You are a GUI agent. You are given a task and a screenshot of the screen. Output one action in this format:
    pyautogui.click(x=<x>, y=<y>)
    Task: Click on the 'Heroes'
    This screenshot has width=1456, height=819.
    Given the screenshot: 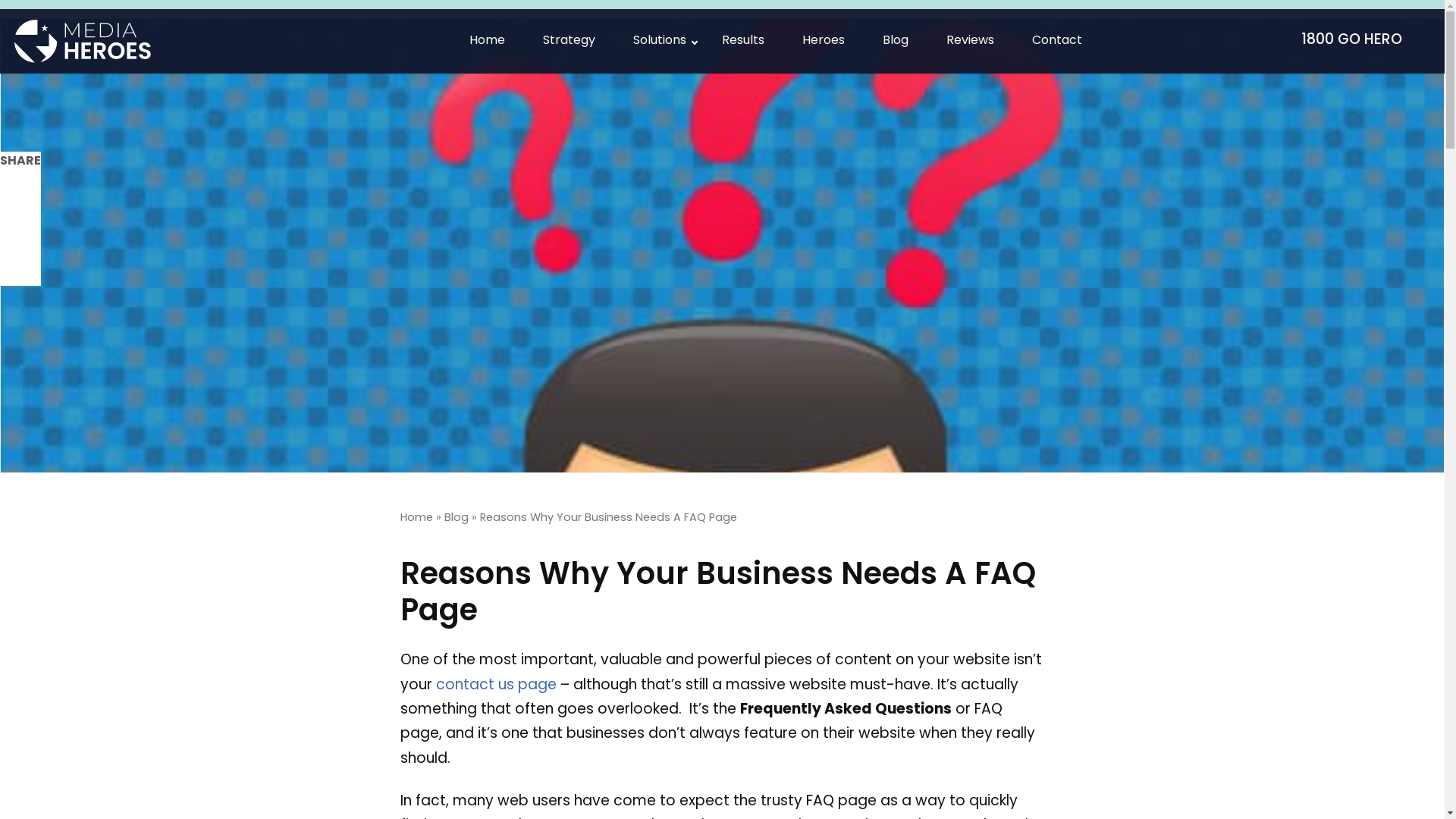 What is the action you would take?
    pyautogui.click(x=822, y=40)
    